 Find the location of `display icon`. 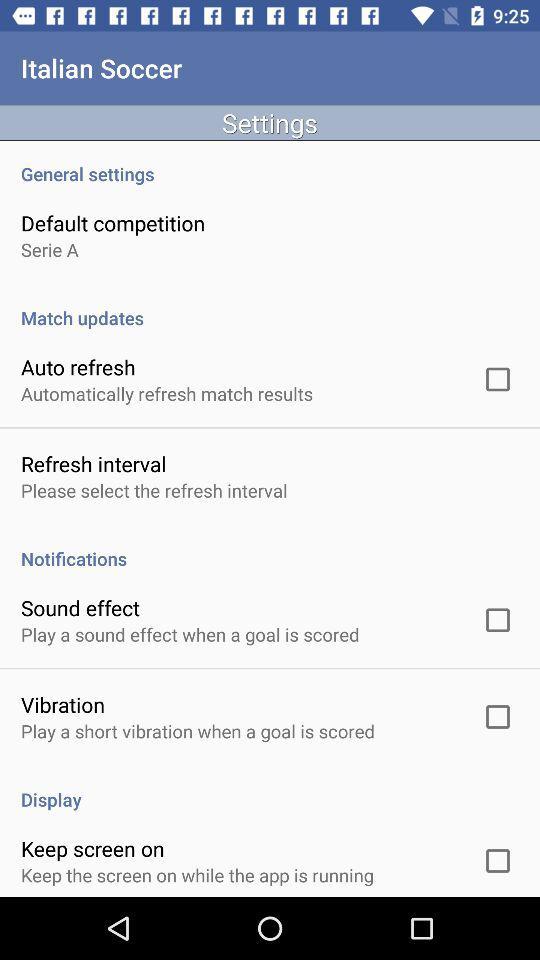

display icon is located at coordinates (270, 789).